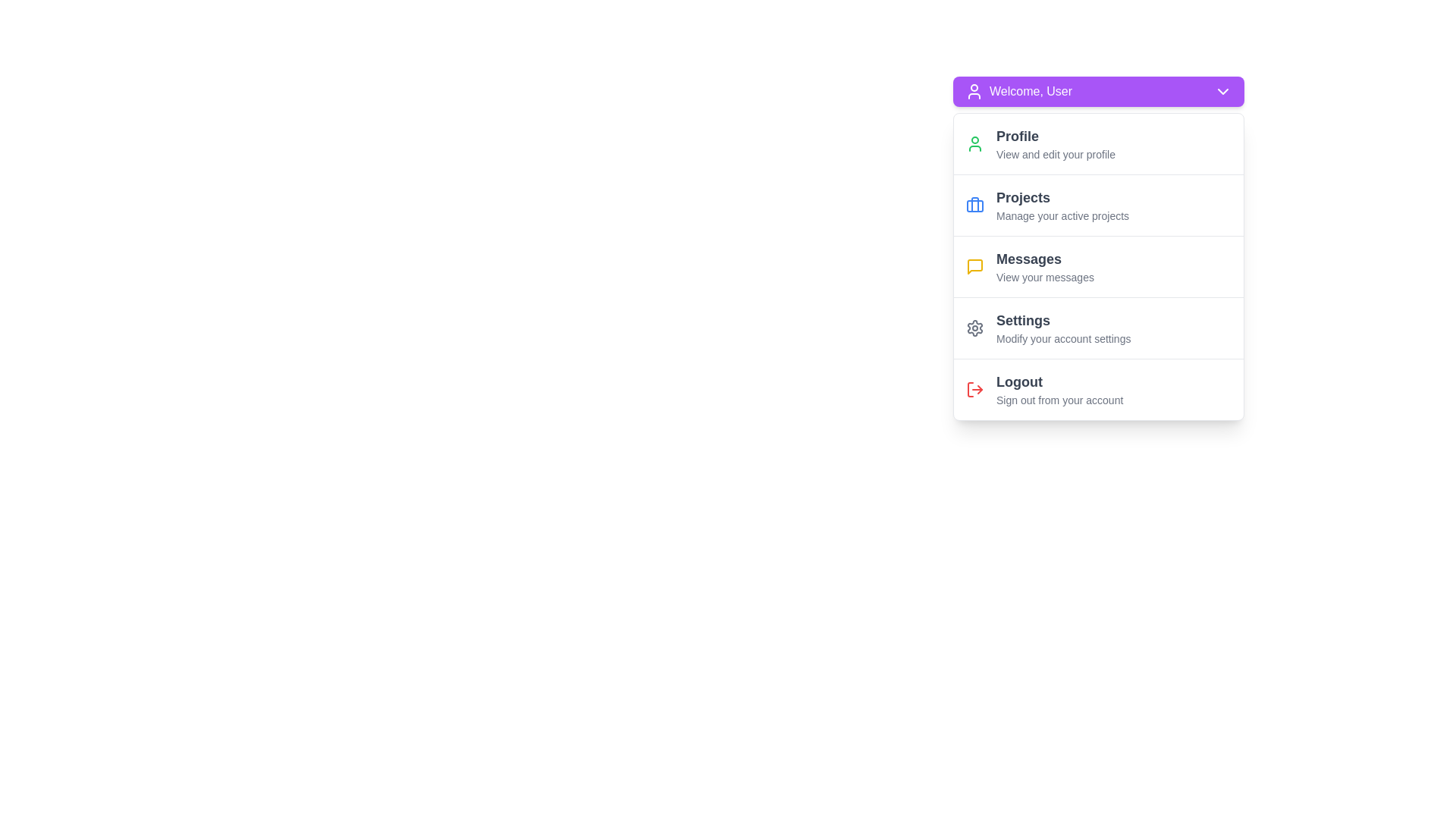 The image size is (1456, 819). What do you see at coordinates (1044, 265) in the screenshot?
I see `the Text label pair in the dropdown menu under 'Welcome, User'` at bounding box center [1044, 265].